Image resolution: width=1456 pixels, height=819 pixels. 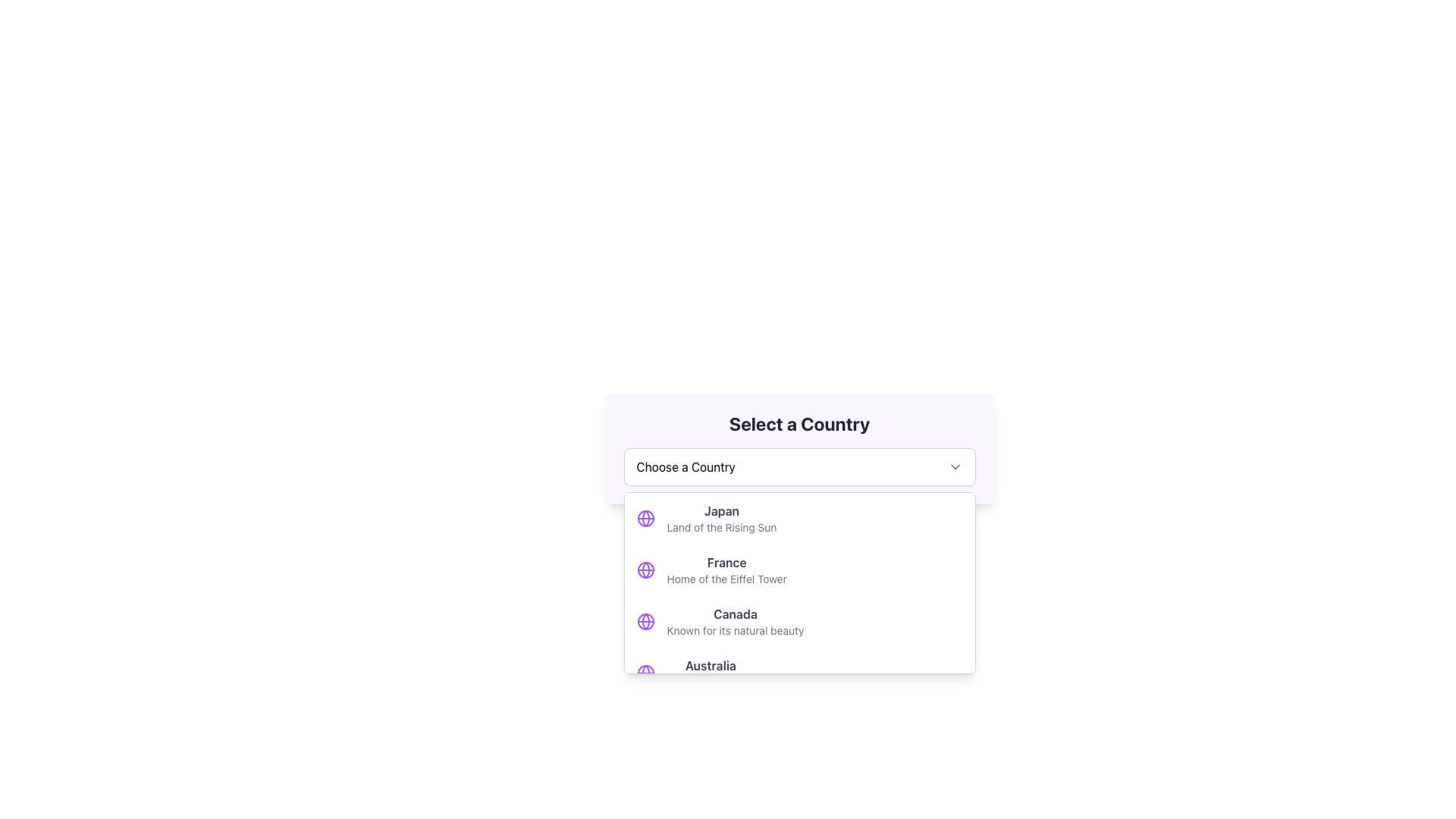 What do you see at coordinates (726, 570) in the screenshot?
I see `the dropdown list item for 'France', which is the second option under 'Select a Country'` at bounding box center [726, 570].